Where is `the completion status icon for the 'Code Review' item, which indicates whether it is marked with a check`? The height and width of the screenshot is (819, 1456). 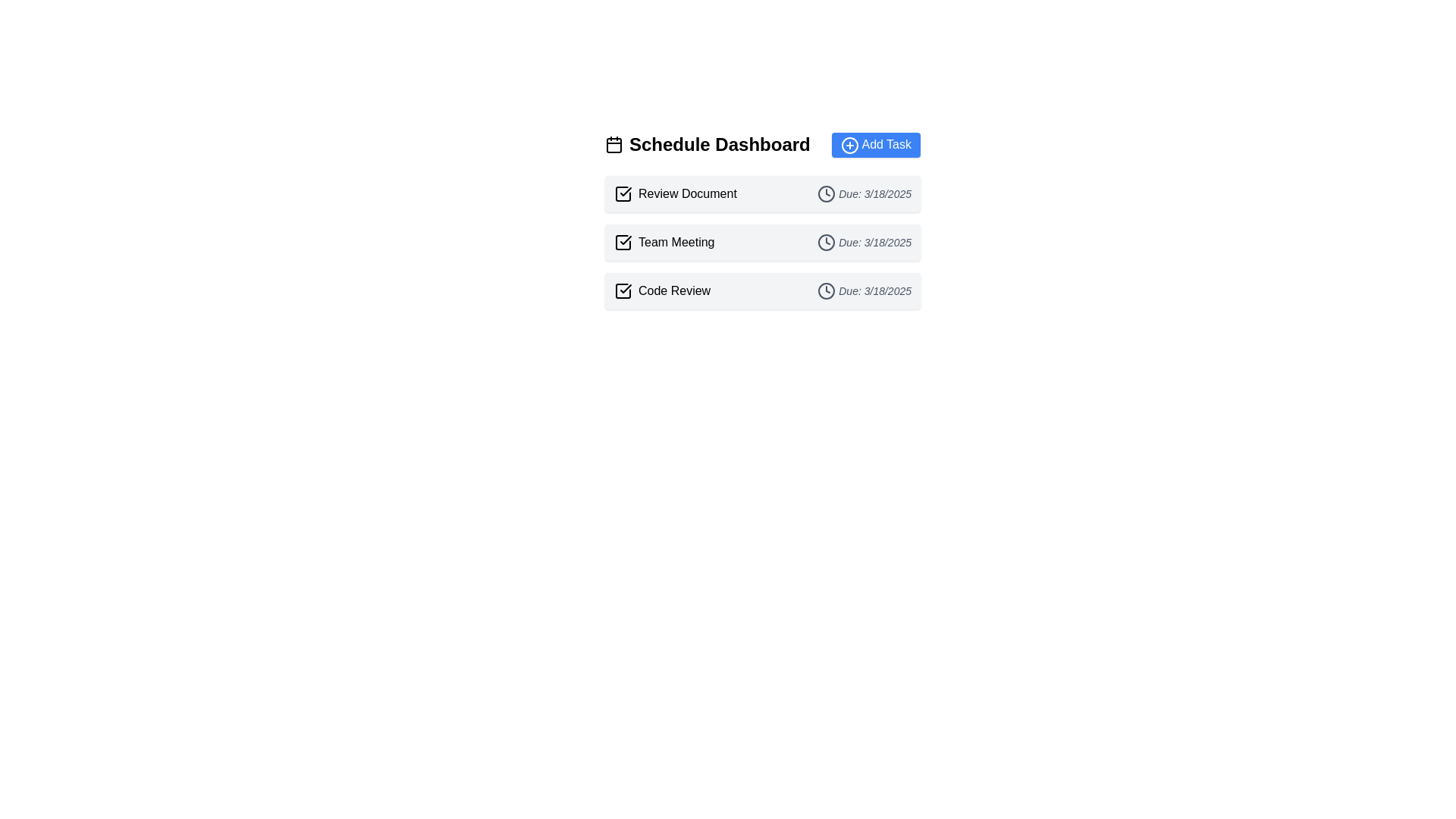
the completion status icon for the 'Code Review' item, which indicates whether it is marked with a check is located at coordinates (623, 290).